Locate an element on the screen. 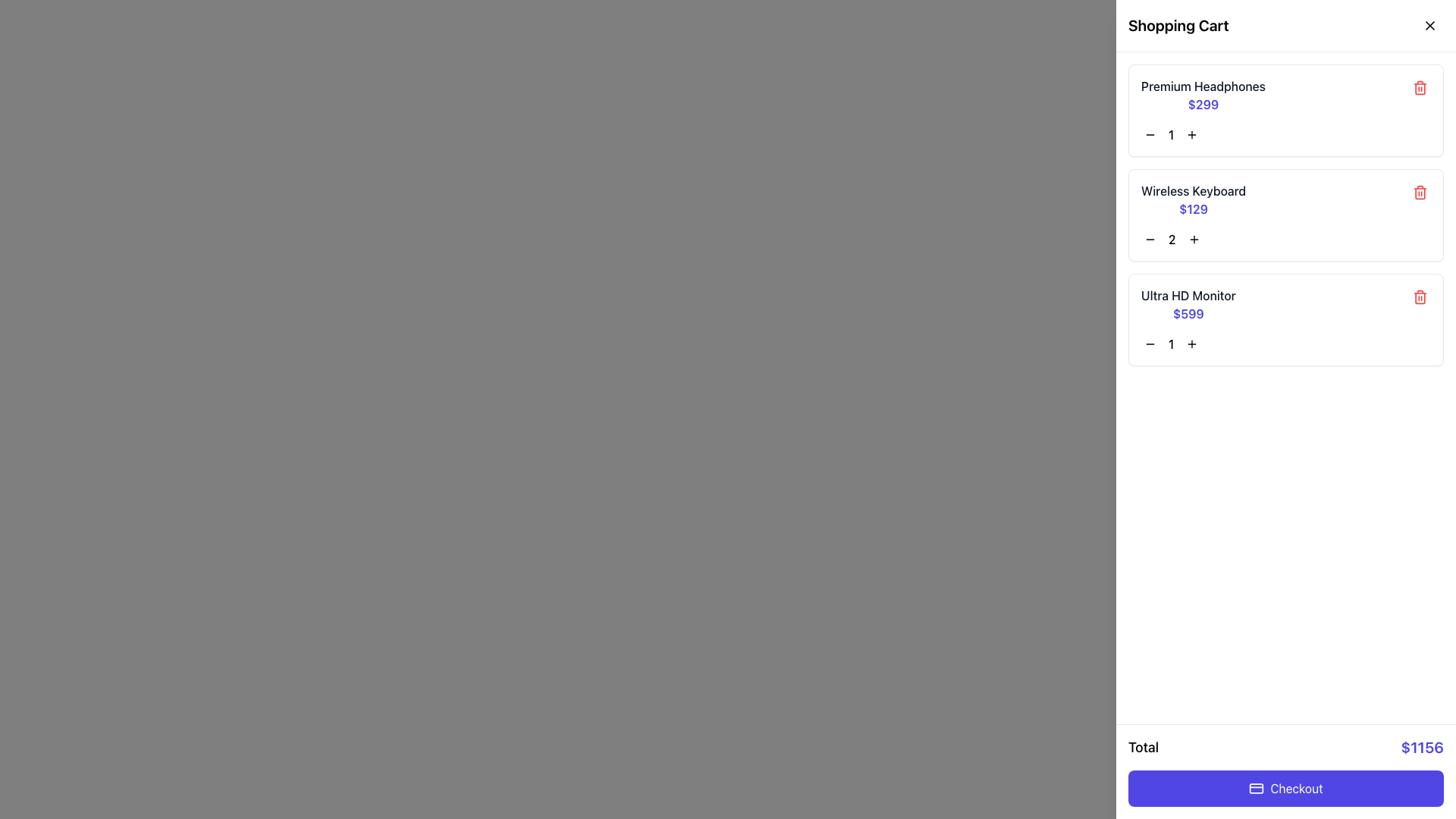 Image resolution: width=1456 pixels, height=819 pixels. the Shopping cart item widget displaying 'Ultra HD Monitor' with price '$599', located in the third position of the Shopping Cart section is located at coordinates (1285, 318).